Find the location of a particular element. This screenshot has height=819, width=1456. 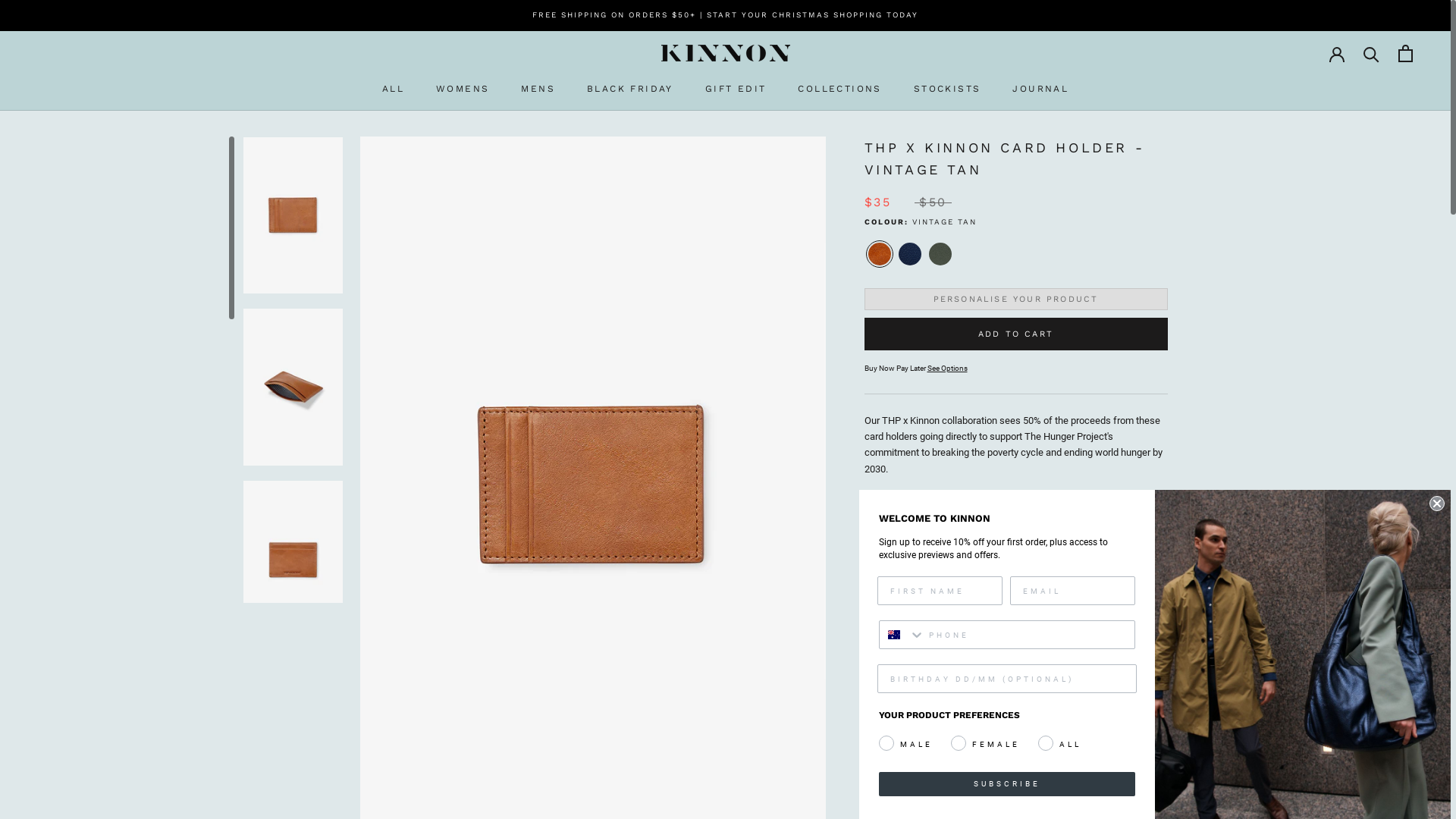

'ALL is located at coordinates (393, 88).